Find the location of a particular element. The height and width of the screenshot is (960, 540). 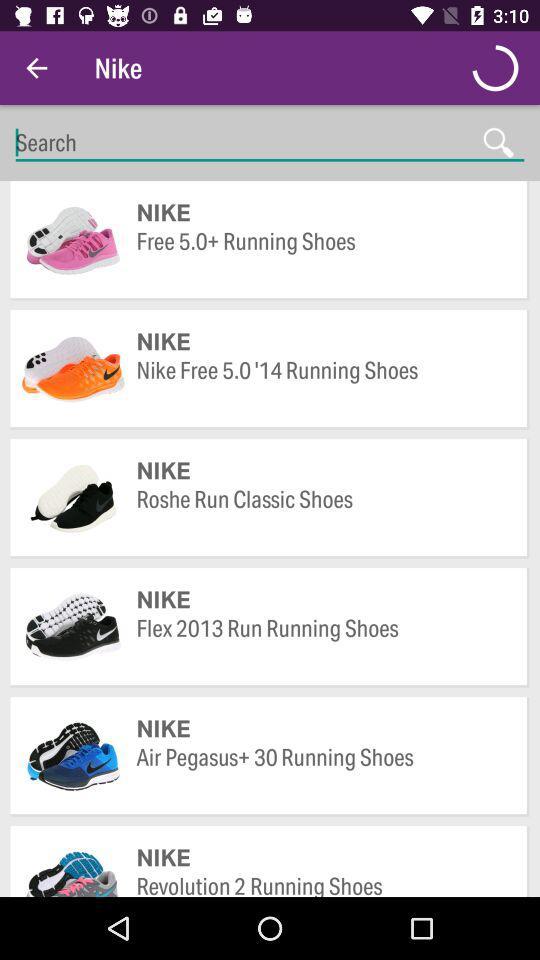

the item above nike is located at coordinates (322, 513).